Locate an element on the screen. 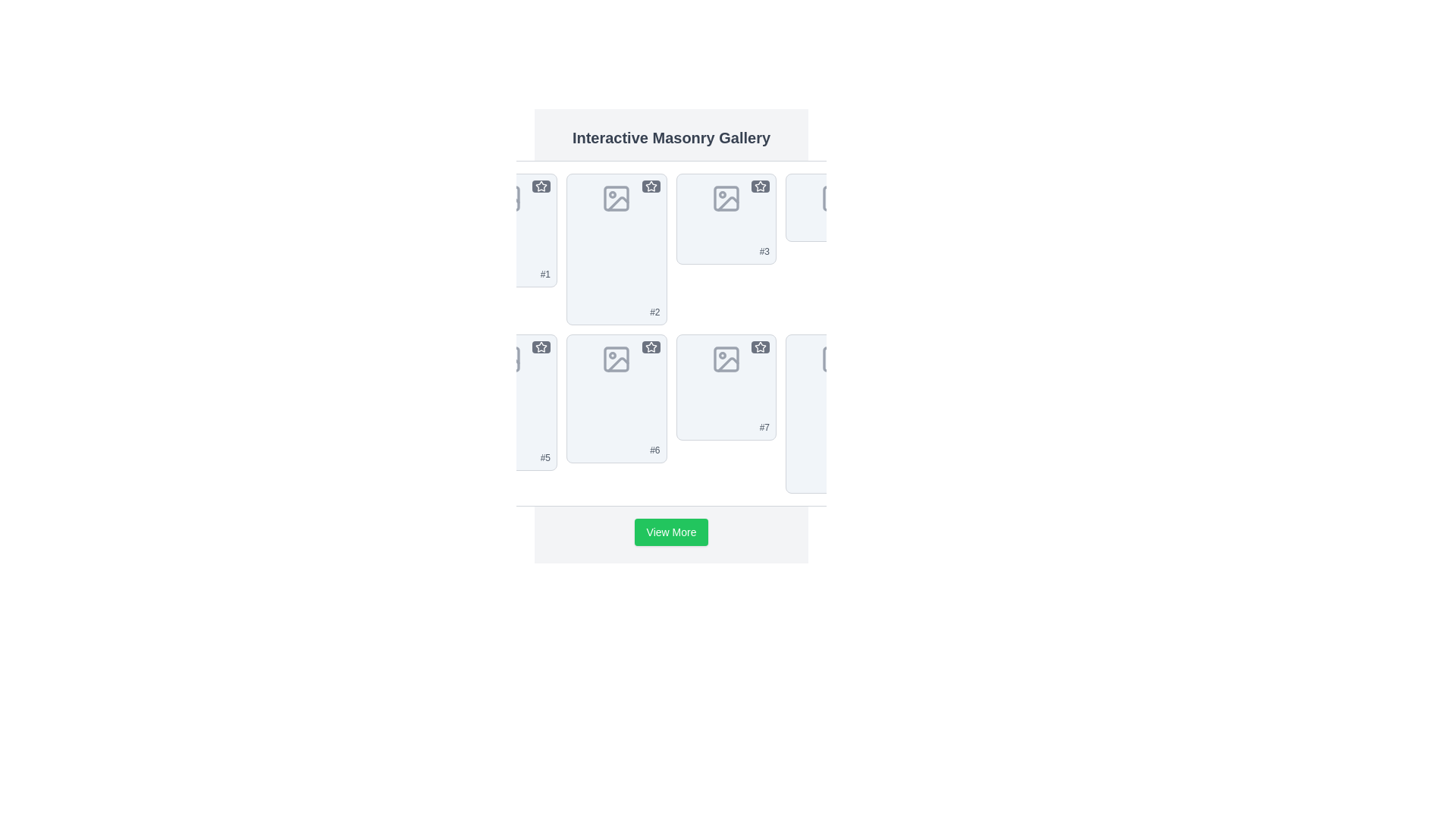 Image resolution: width=1456 pixels, height=819 pixels. the star icon located in the top-right corner of box '#2' in the 'Interactive Masonry Gallery' to mark the associated item as a favorite is located at coordinates (651, 186).